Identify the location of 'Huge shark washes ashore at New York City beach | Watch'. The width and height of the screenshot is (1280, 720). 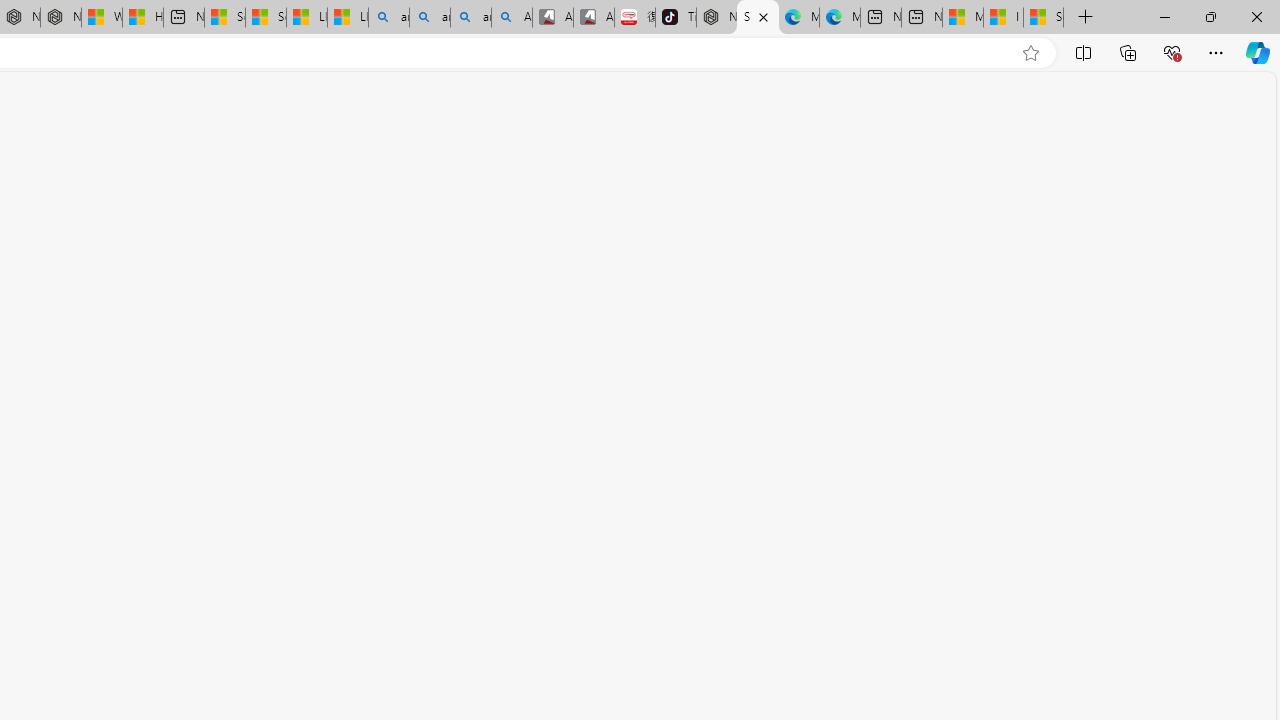
(141, 17).